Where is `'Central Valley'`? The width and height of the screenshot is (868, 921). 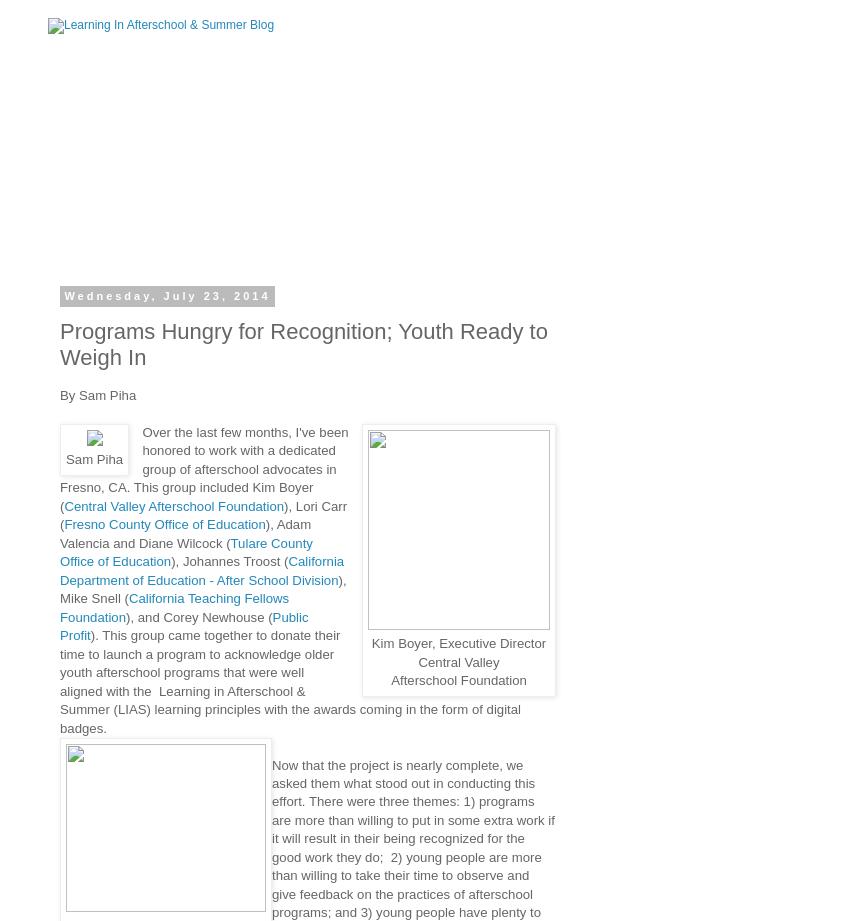
'Central Valley' is located at coordinates (458, 661).